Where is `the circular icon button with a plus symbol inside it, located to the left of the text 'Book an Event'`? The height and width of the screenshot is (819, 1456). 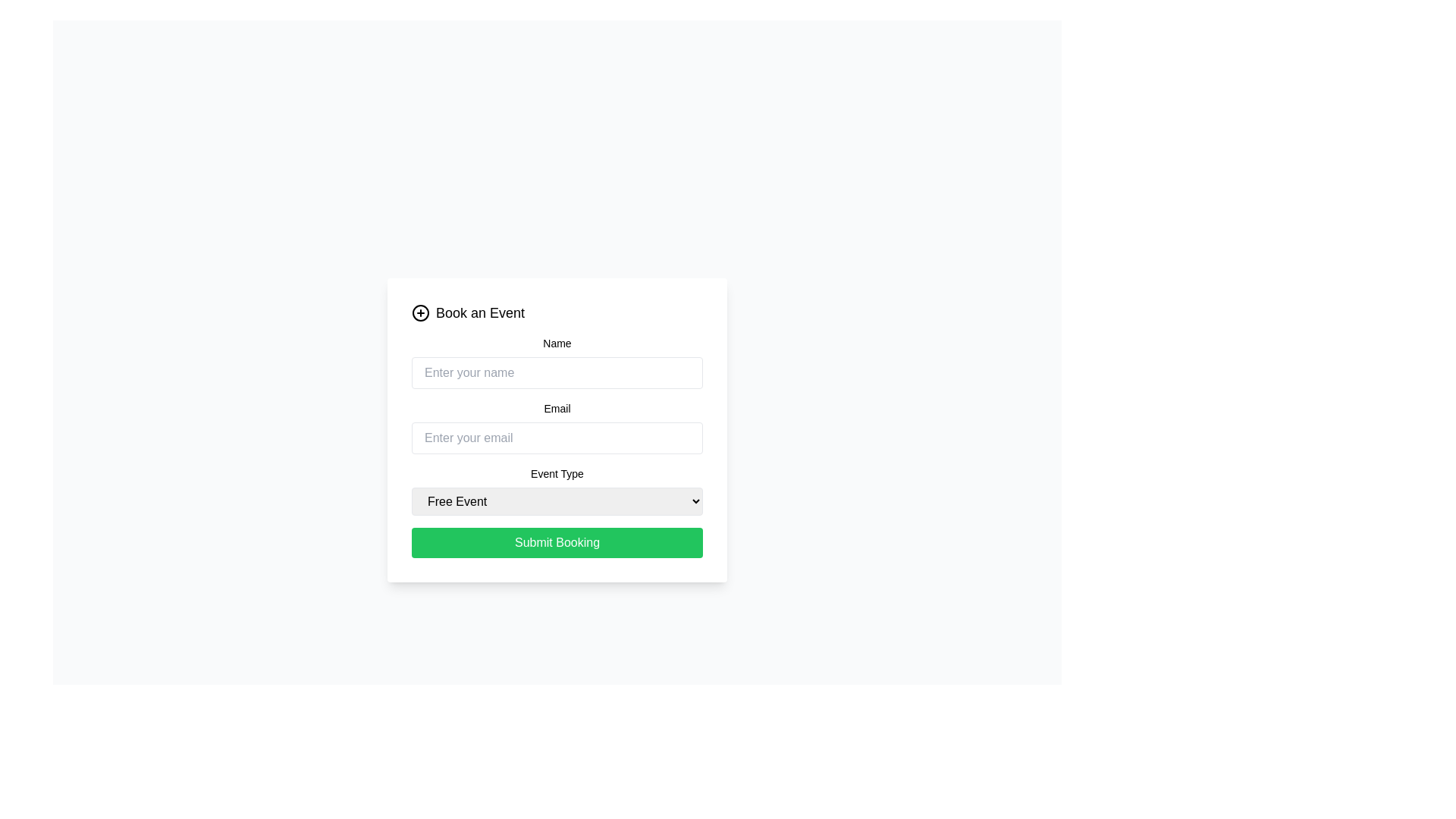
the circular icon button with a plus symbol inside it, located to the left of the text 'Book an Event' is located at coordinates (421, 312).